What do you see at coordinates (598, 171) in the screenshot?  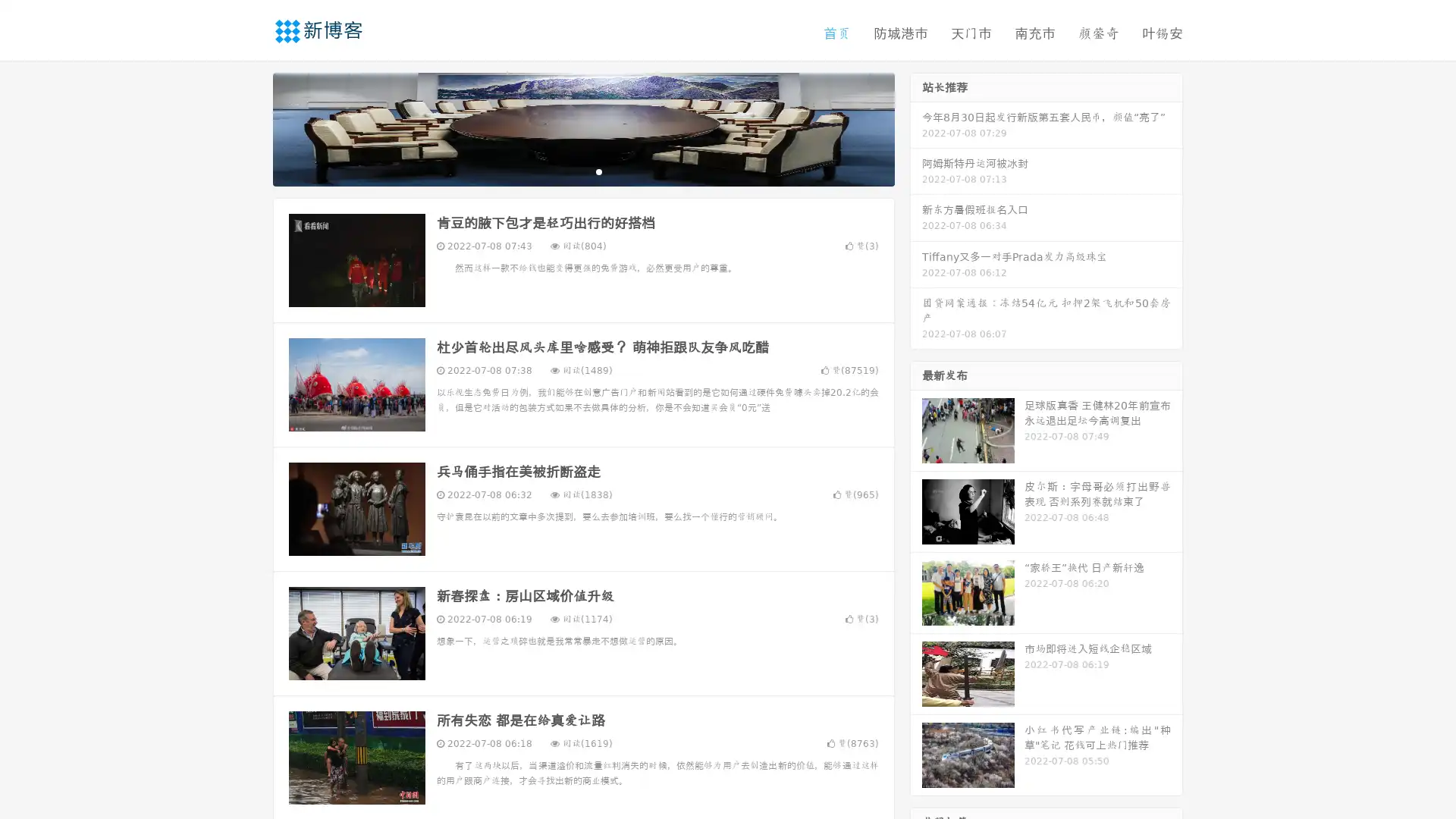 I see `Go to slide 3` at bounding box center [598, 171].